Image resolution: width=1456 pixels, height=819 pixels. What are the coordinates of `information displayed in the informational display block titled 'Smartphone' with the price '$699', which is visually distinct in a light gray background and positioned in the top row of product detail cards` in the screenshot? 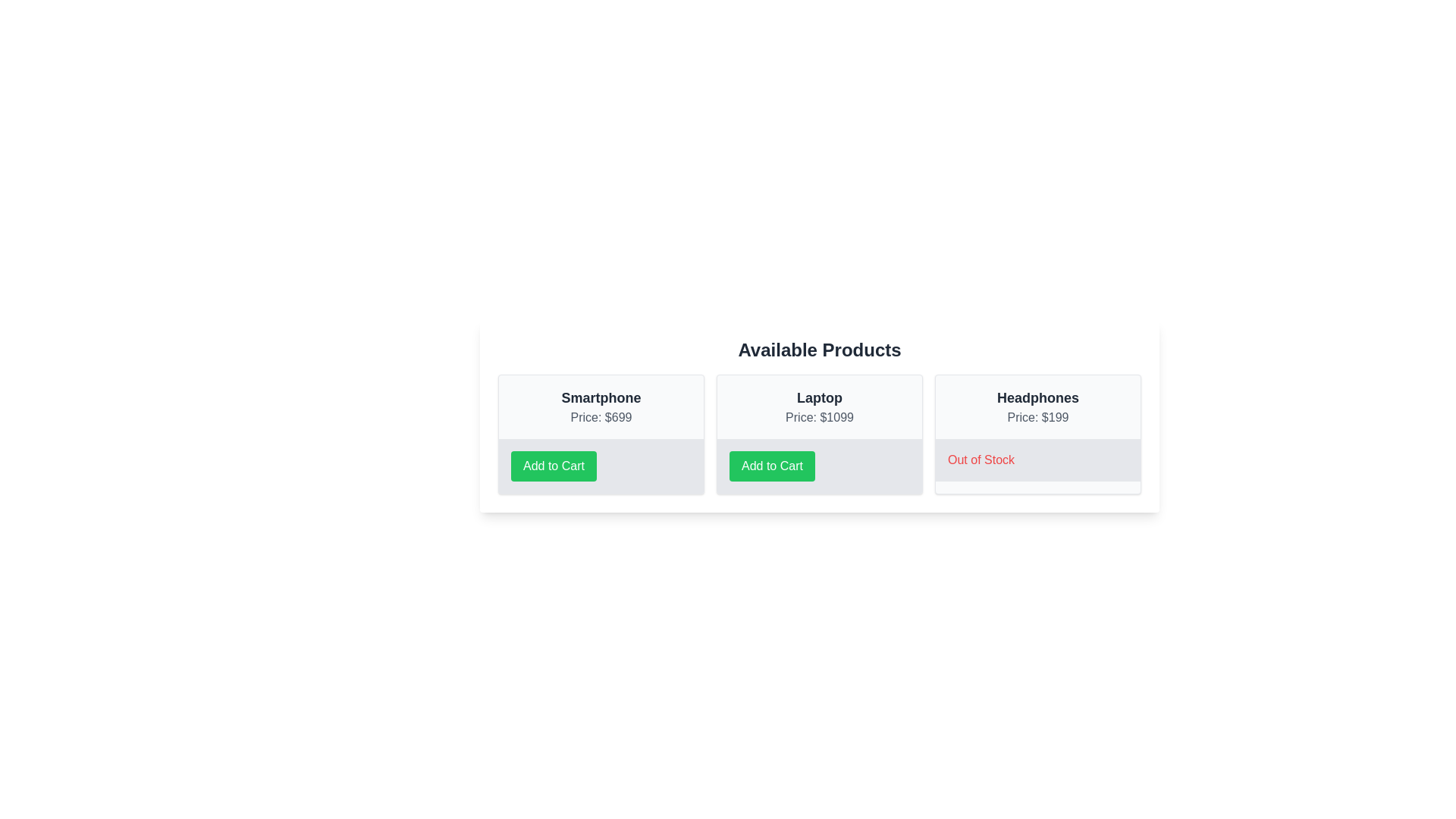 It's located at (600, 406).